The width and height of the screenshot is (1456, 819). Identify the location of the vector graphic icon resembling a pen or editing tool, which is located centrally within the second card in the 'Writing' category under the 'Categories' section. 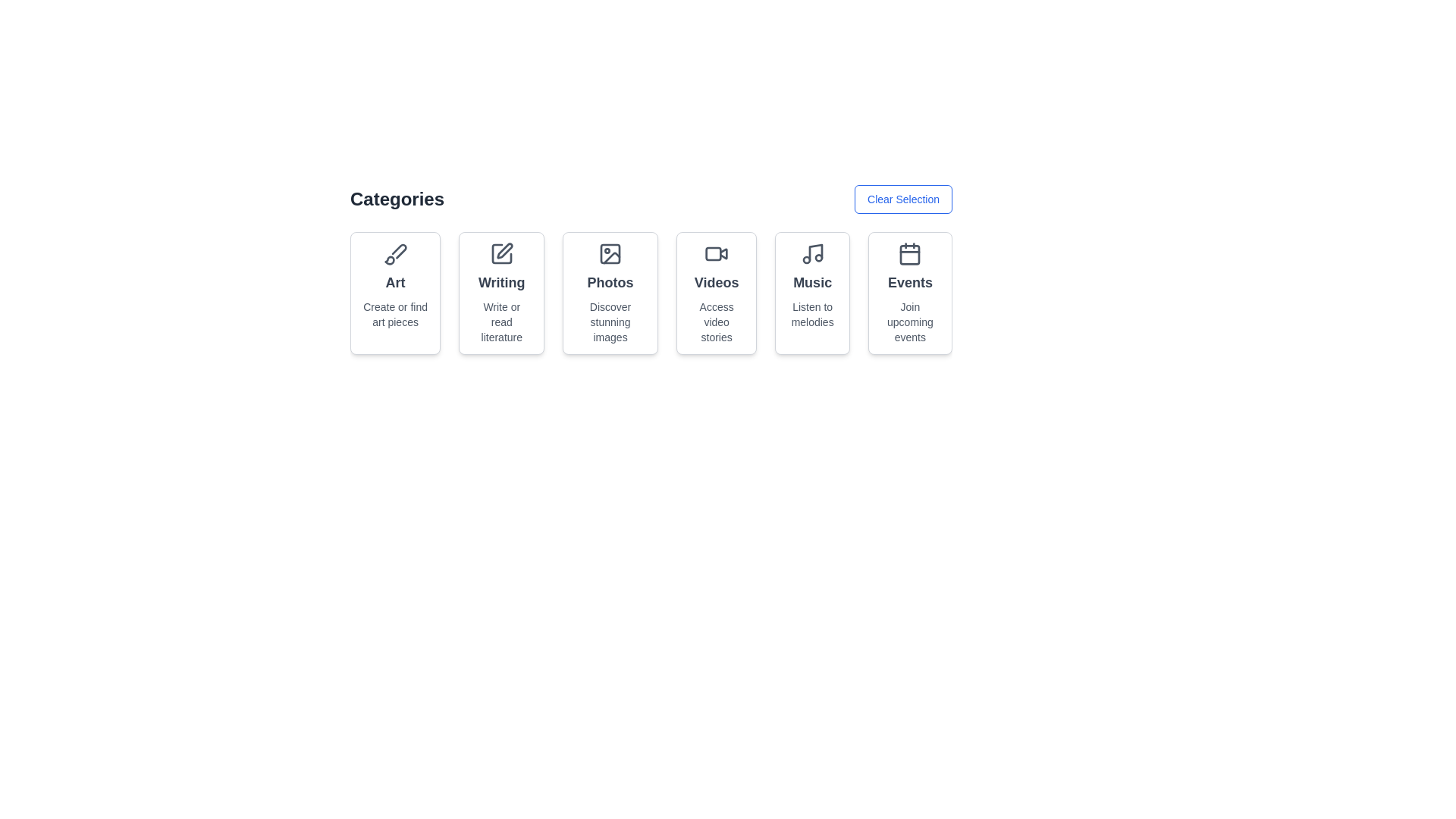
(504, 250).